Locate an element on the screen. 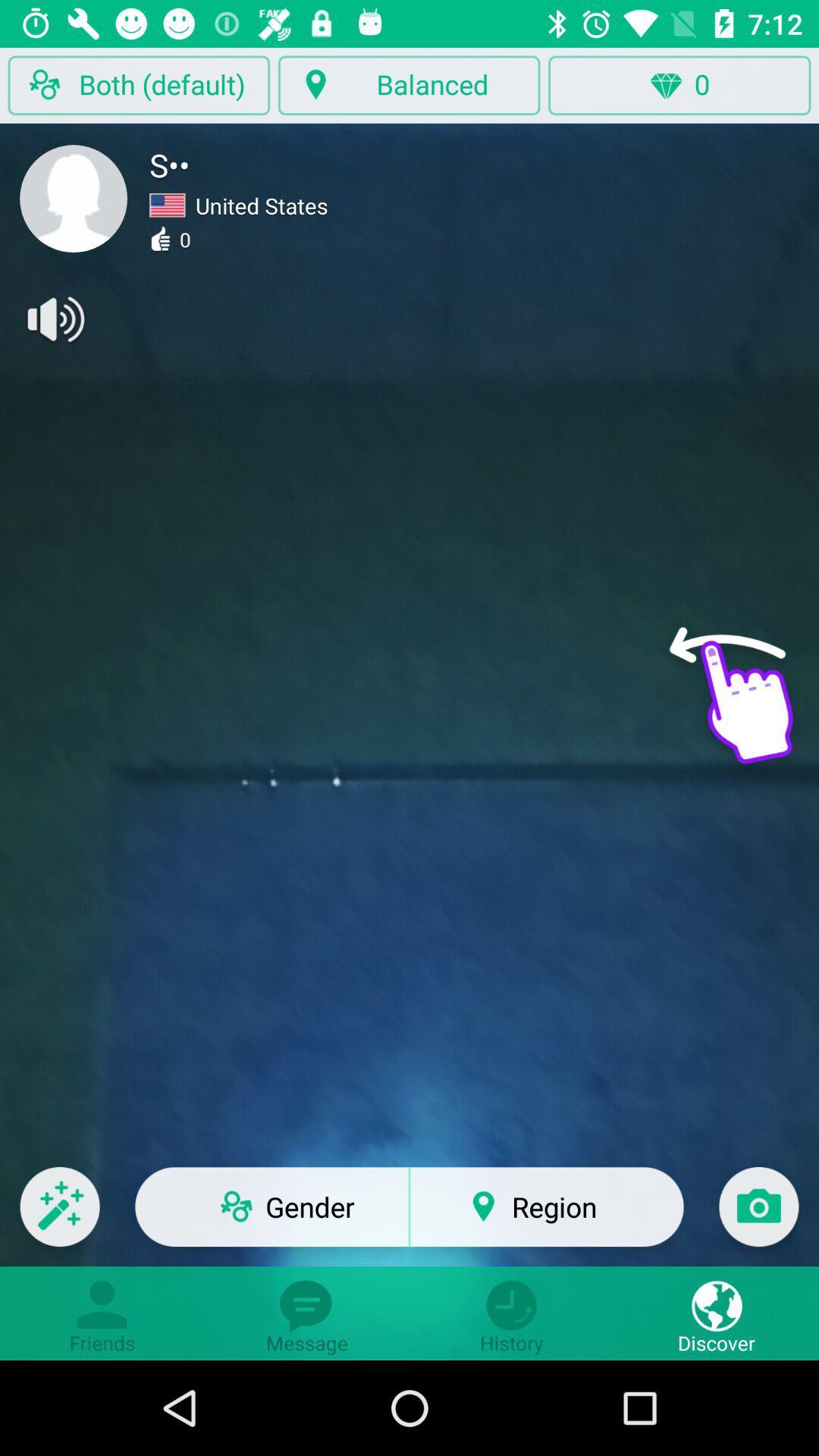  the photo icon is located at coordinates (758, 1216).